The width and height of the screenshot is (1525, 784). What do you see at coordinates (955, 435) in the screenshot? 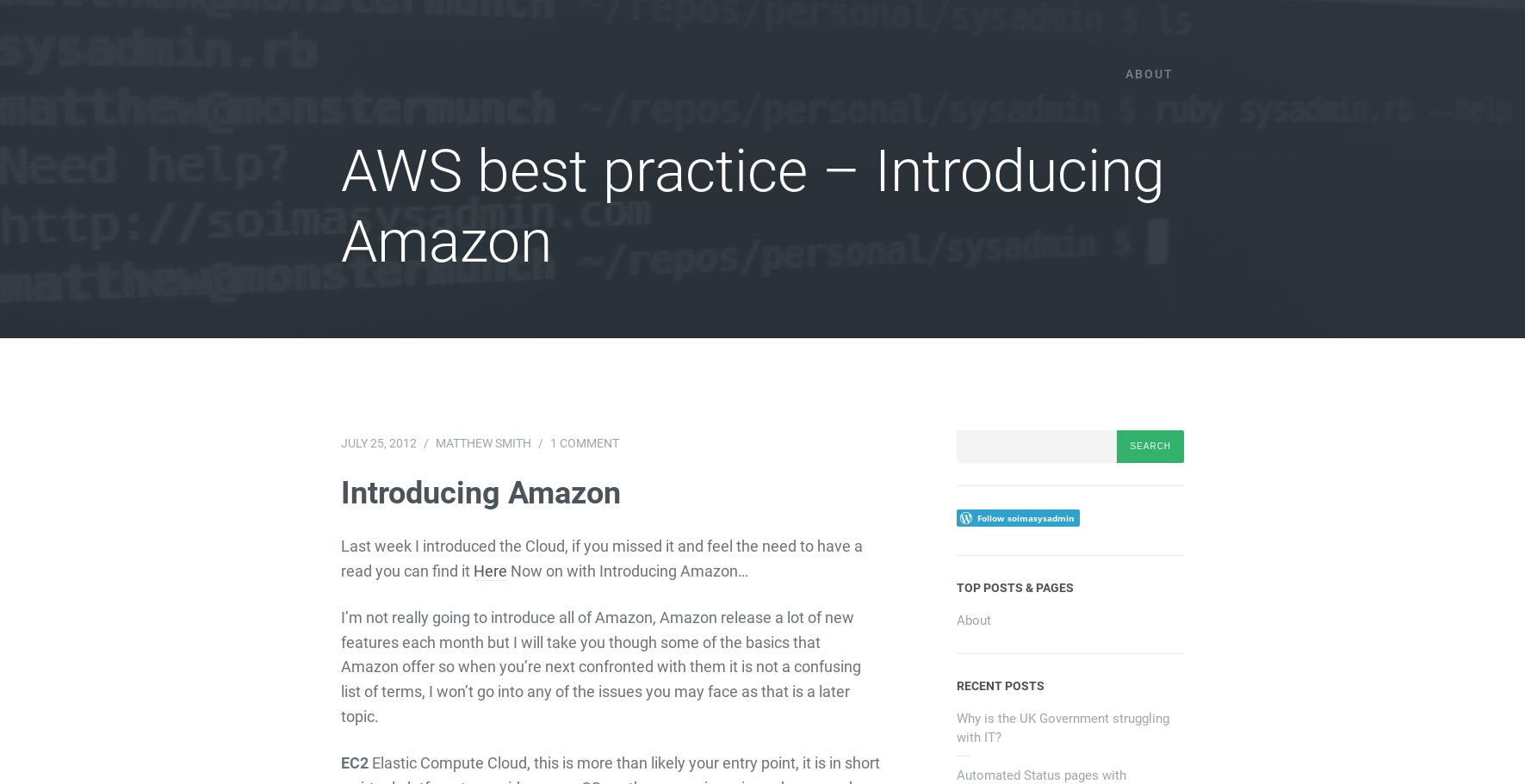
I see `'Search'` at bounding box center [955, 435].